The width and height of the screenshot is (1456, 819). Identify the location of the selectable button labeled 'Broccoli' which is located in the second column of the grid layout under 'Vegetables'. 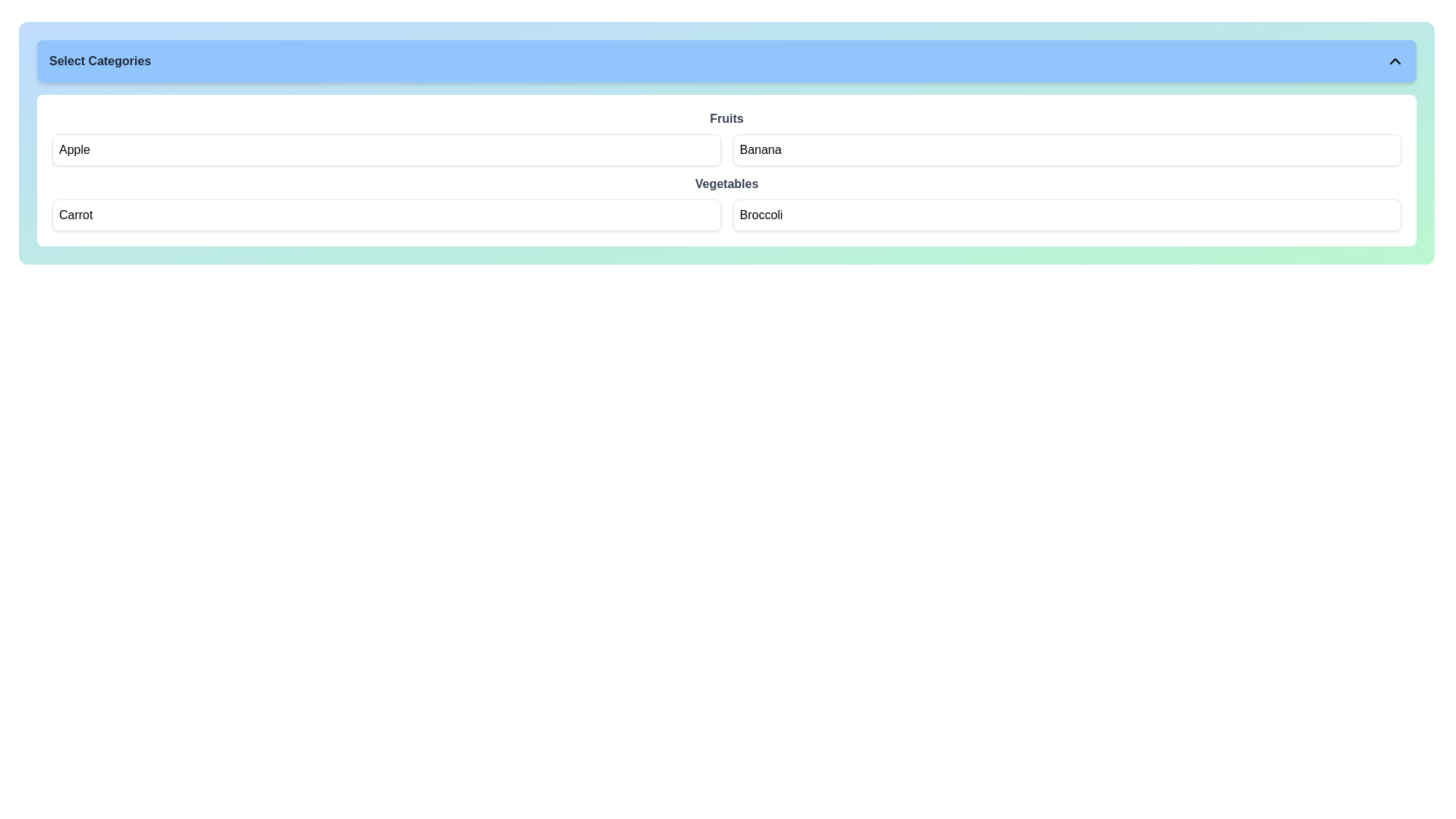
(1066, 215).